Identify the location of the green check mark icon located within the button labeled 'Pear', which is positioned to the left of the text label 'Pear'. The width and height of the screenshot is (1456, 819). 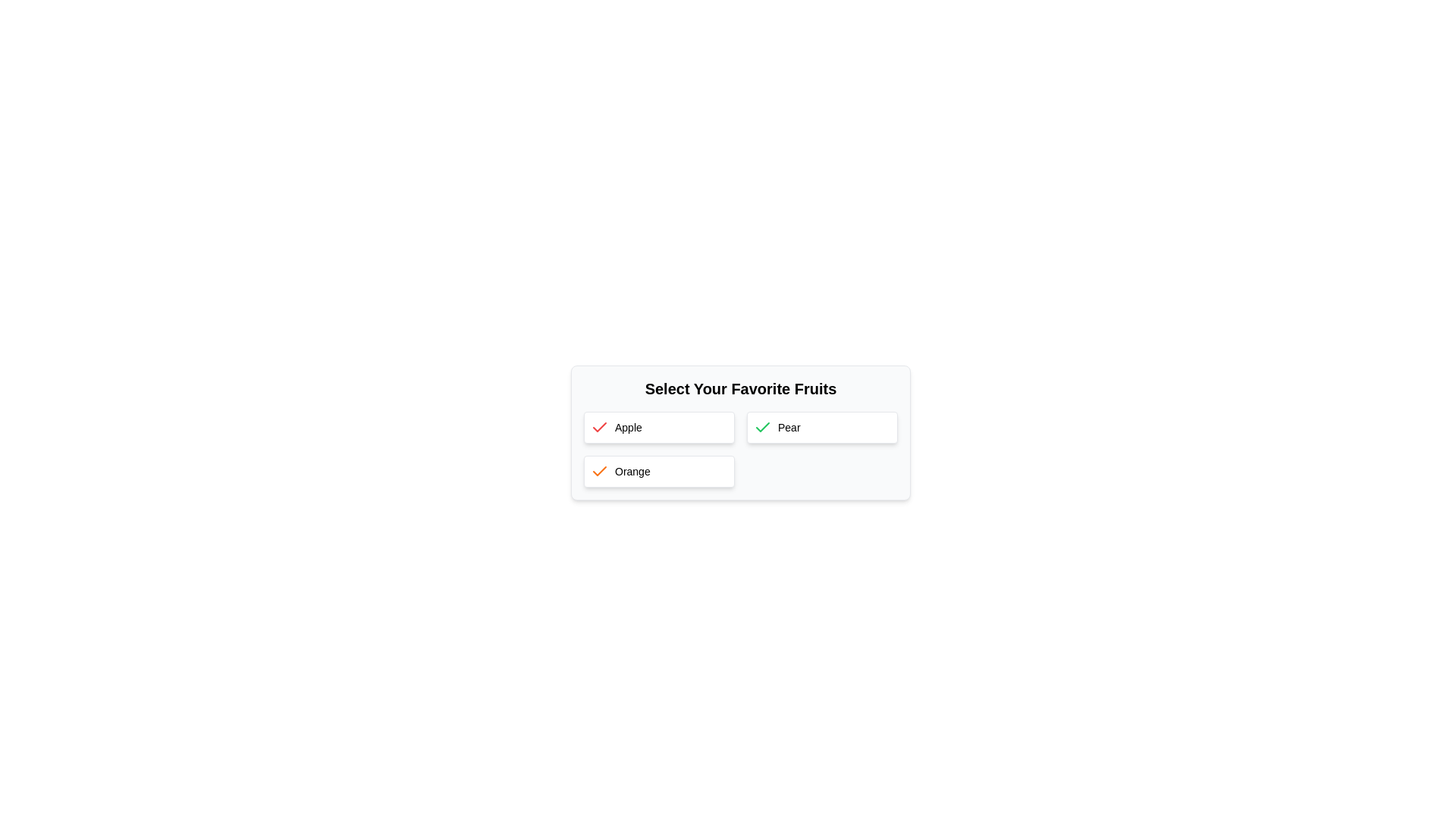
(763, 427).